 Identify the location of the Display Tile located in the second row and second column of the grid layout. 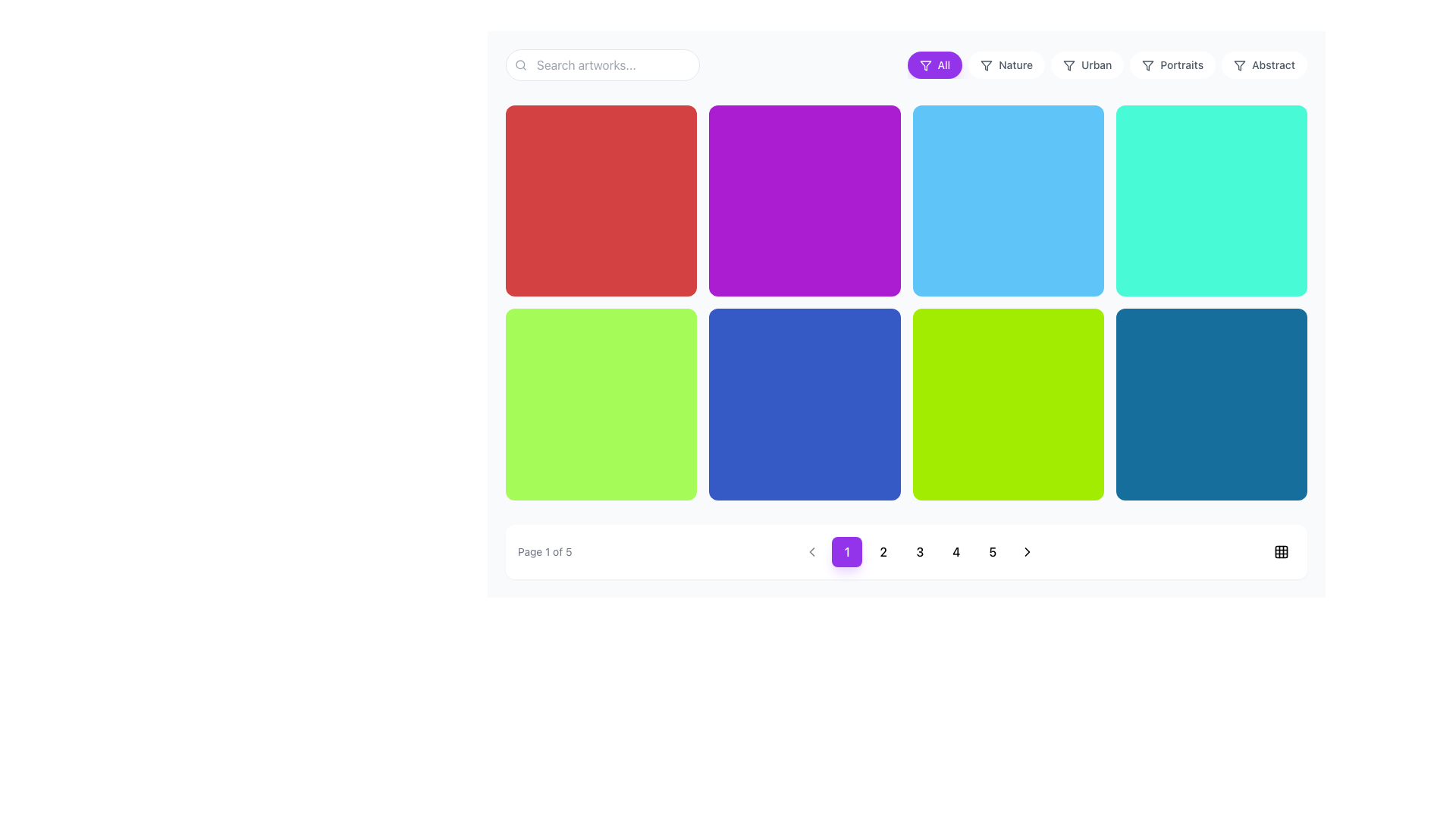
(804, 403).